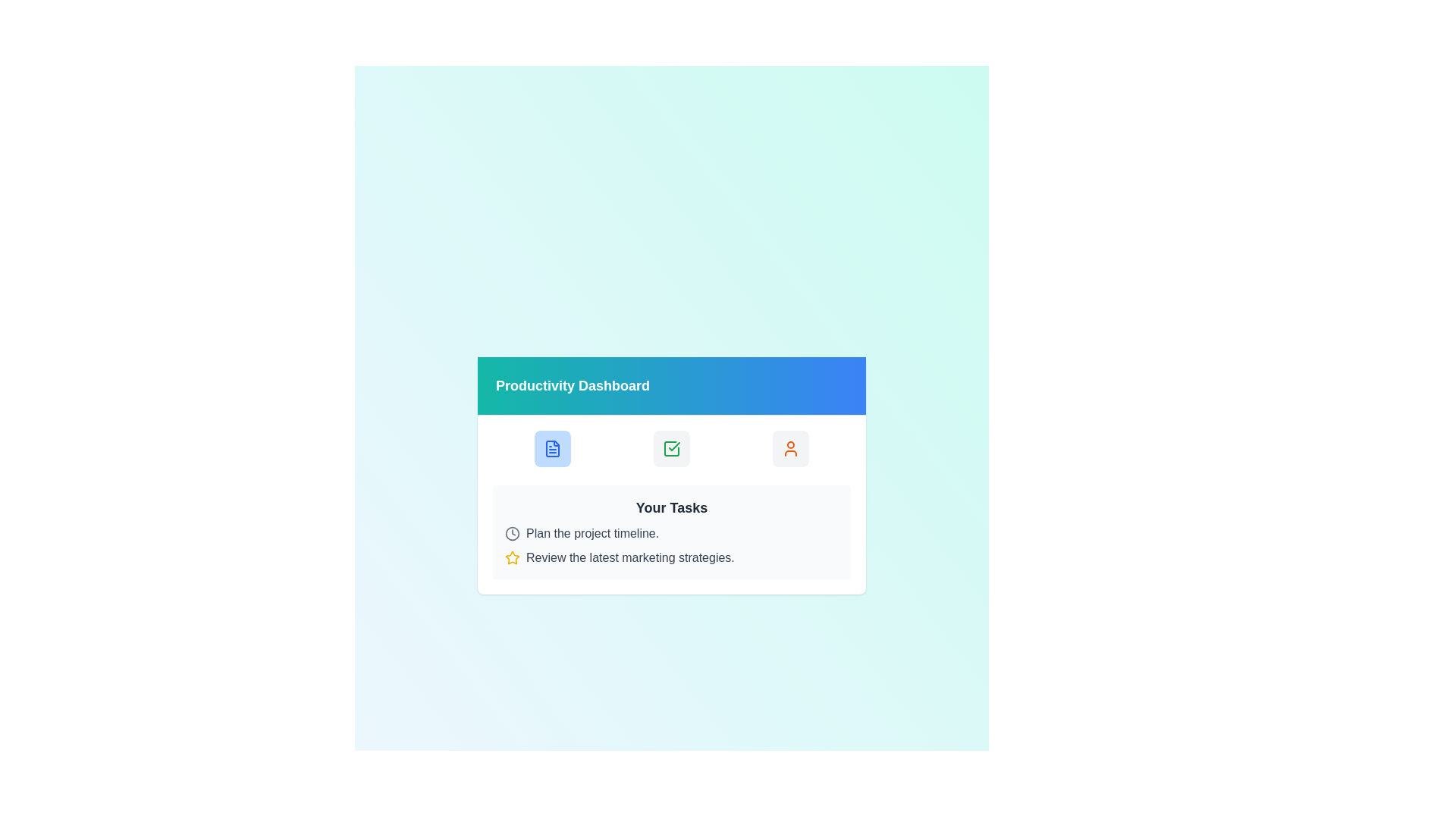 The height and width of the screenshot is (819, 1456). Describe the element at coordinates (551, 447) in the screenshot. I see `the leftmost icon in the series of three icons located in the middle section of the 'Productivity Dashboard'` at that location.